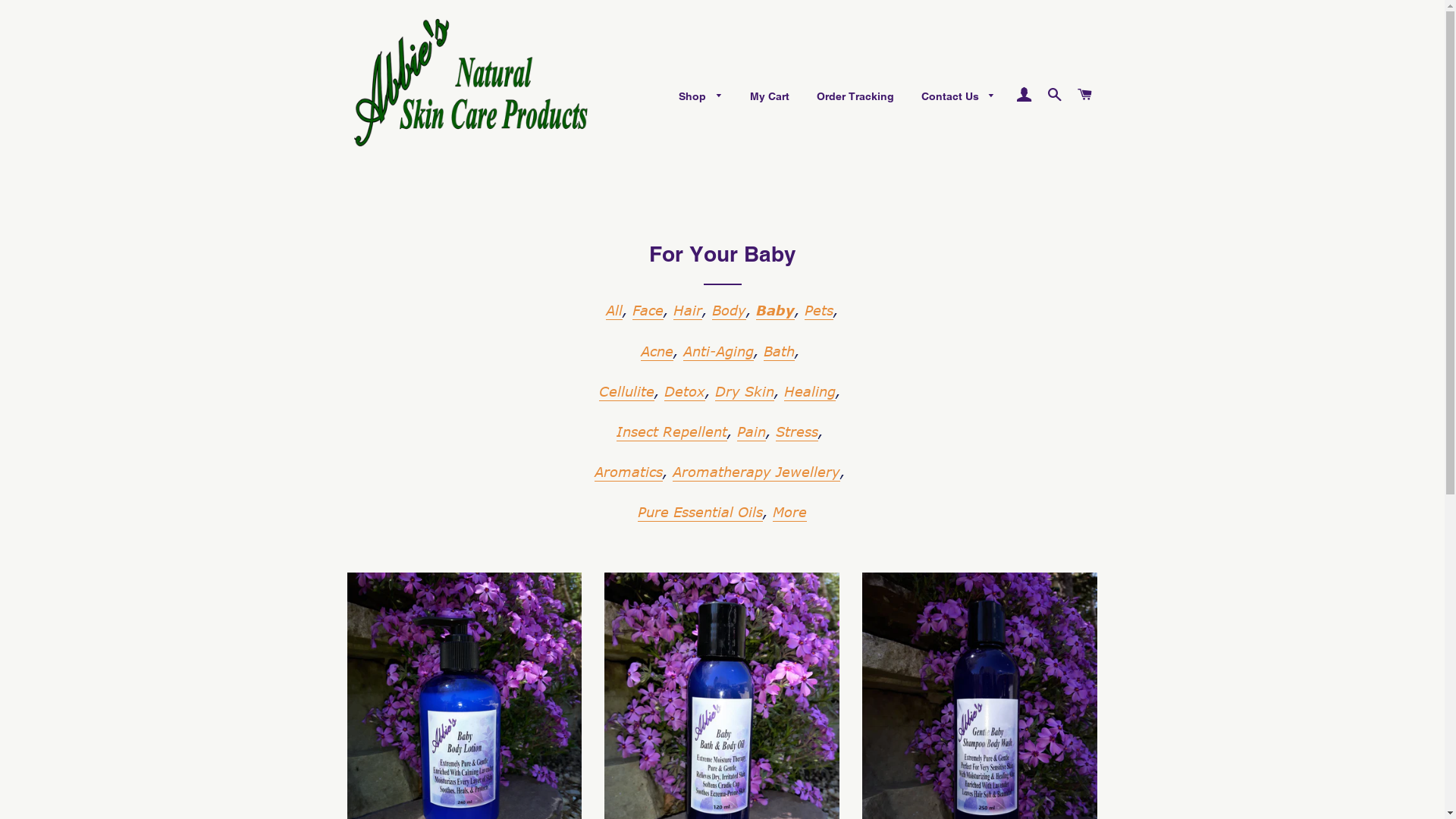 Image resolution: width=1456 pixels, height=819 pixels. What do you see at coordinates (818, 309) in the screenshot?
I see `'Pets'` at bounding box center [818, 309].